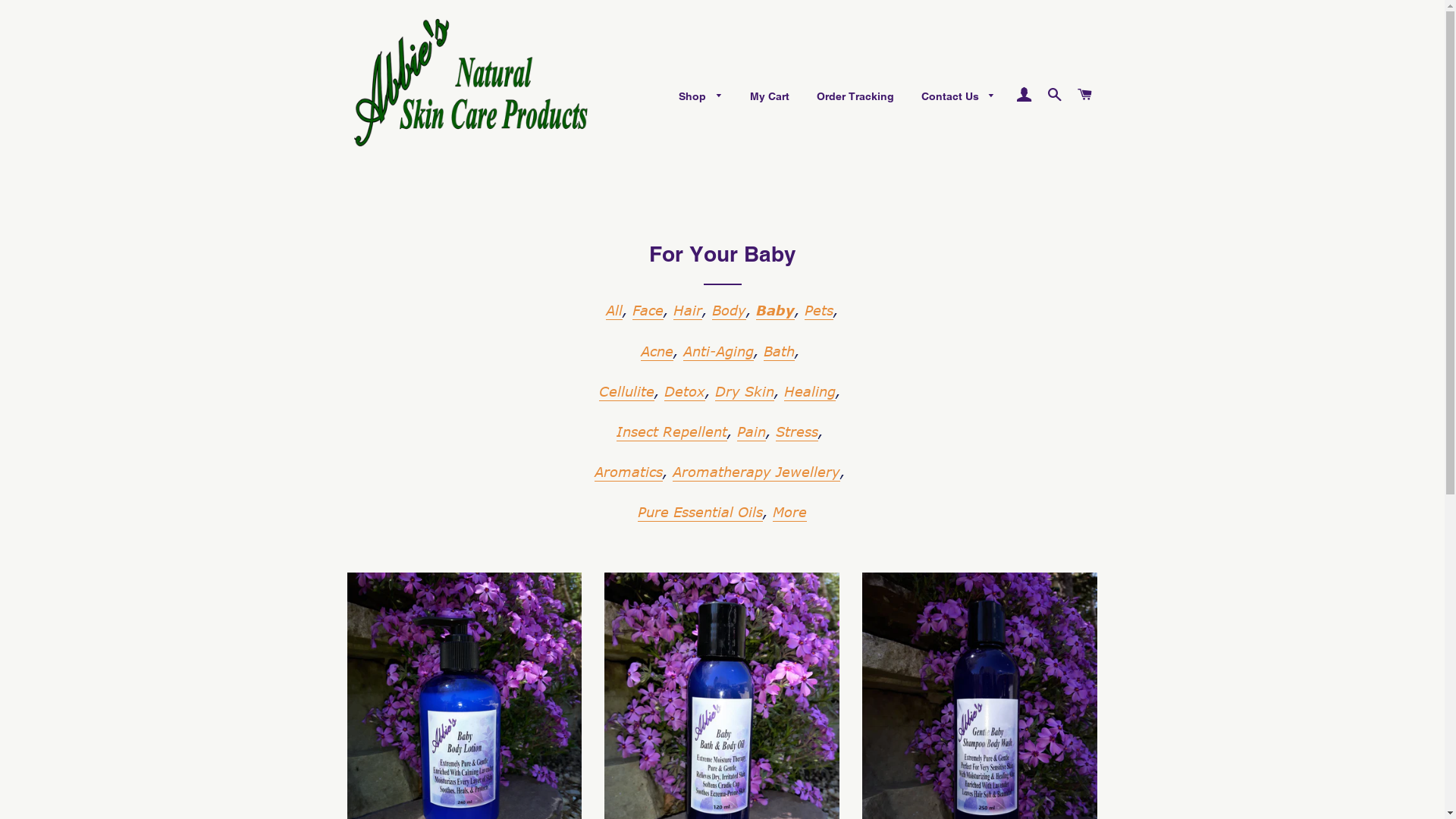 Image resolution: width=1456 pixels, height=819 pixels. What do you see at coordinates (818, 309) in the screenshot?
I see `'Pets'` at bounding box center [818, 309].